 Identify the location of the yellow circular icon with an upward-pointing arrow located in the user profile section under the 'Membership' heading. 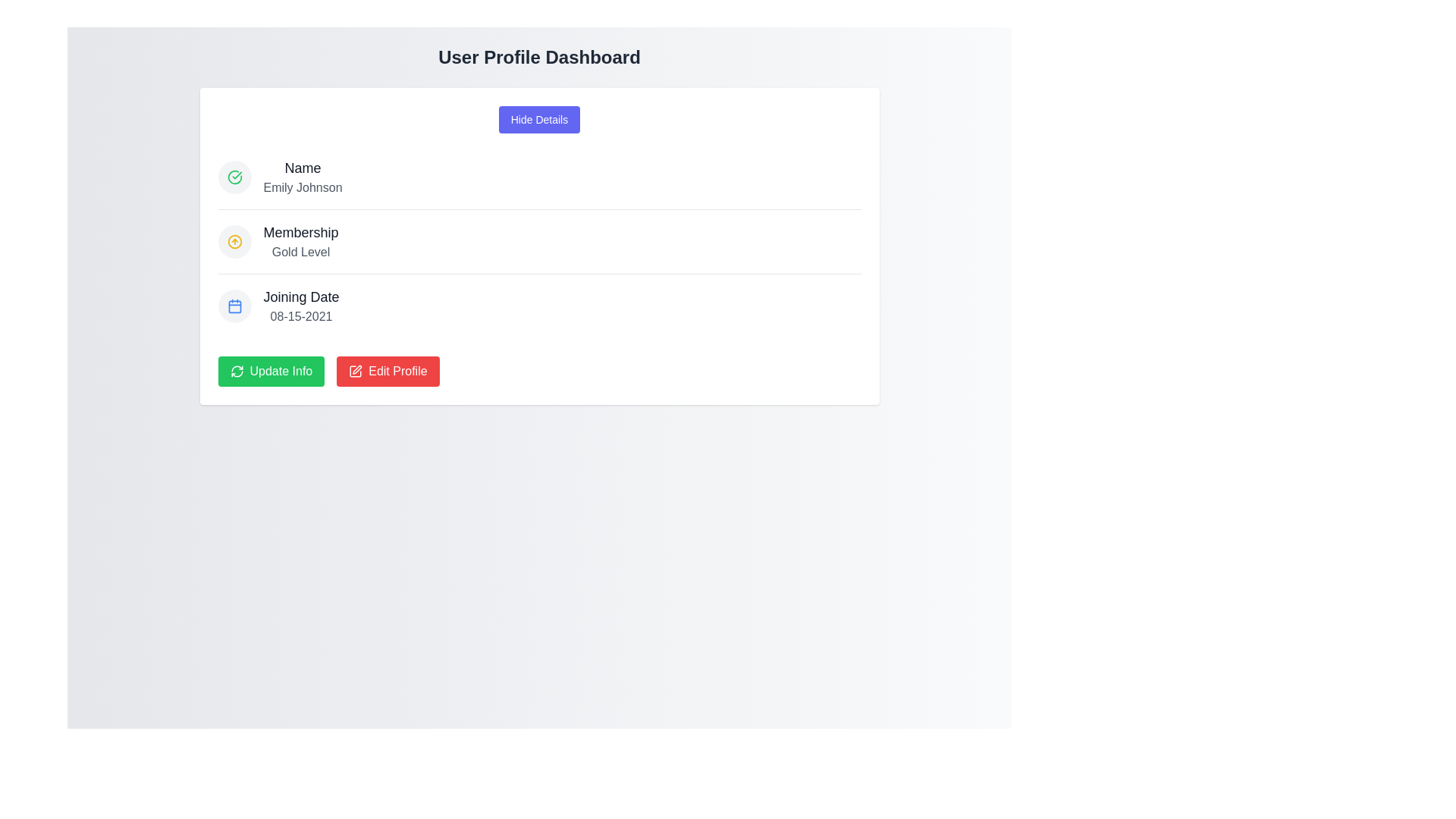
(234, 241).